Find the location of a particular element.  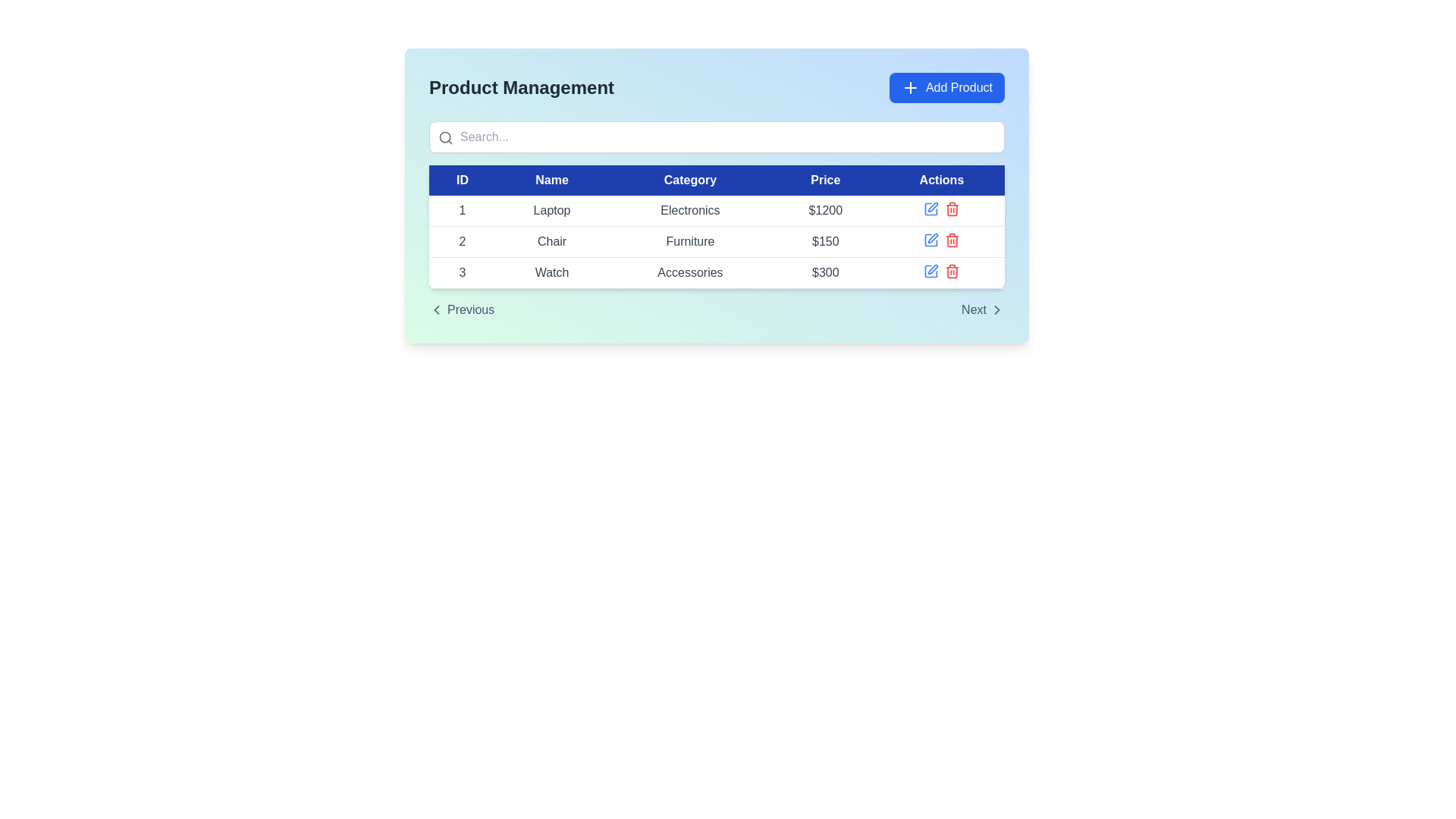

the leftmost edit icon in the 'Actions' column of the second row in the table to initiate an edit action is located at coordinates (930, 239).